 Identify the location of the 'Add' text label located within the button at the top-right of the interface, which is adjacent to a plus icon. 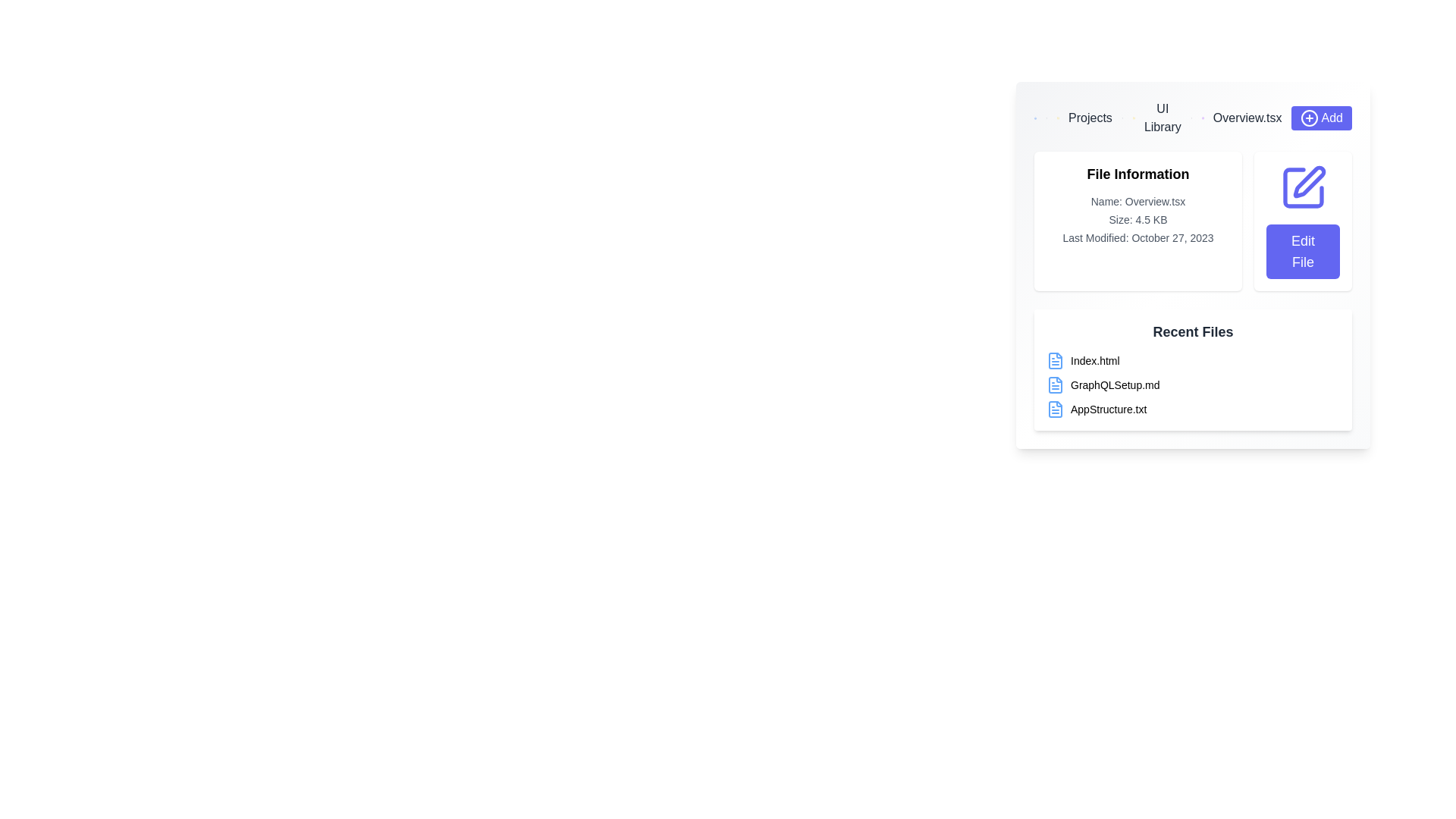
(1331, 117).